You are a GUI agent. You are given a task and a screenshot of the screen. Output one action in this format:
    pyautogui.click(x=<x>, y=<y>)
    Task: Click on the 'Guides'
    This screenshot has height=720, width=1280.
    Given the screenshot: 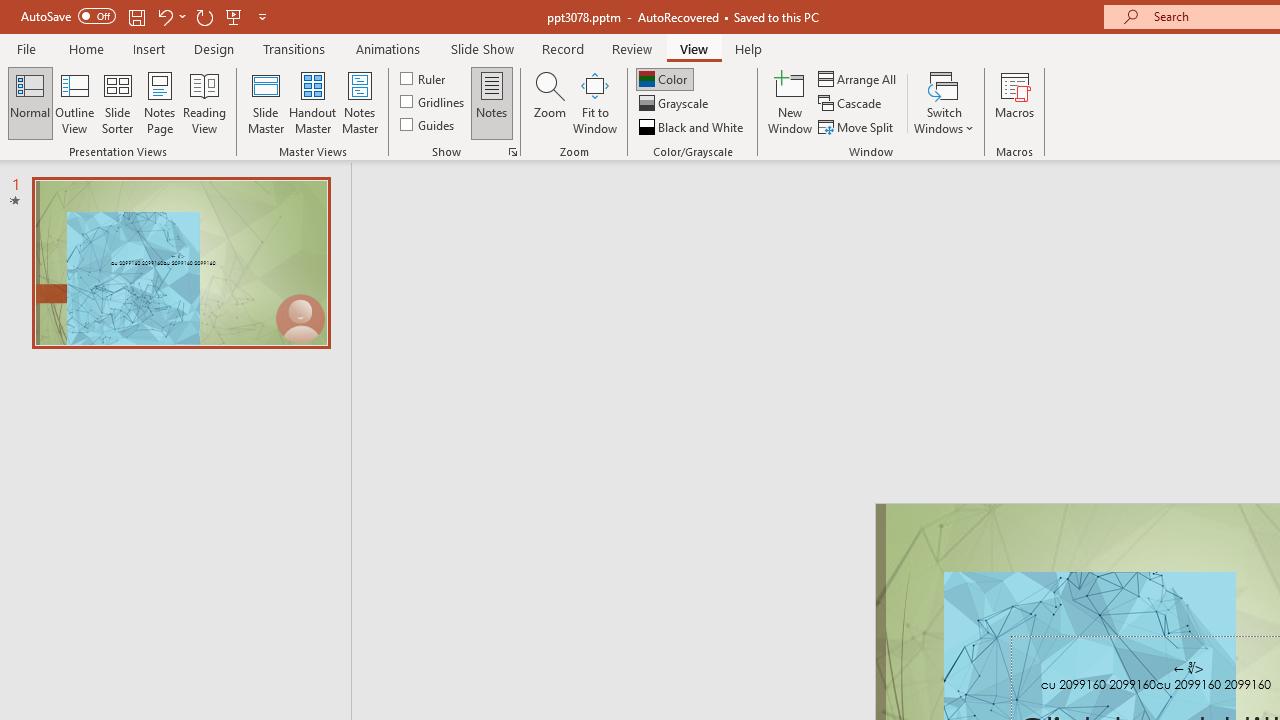 What is the action you would take?
    pyautogui.click(x=427, y=124)
    